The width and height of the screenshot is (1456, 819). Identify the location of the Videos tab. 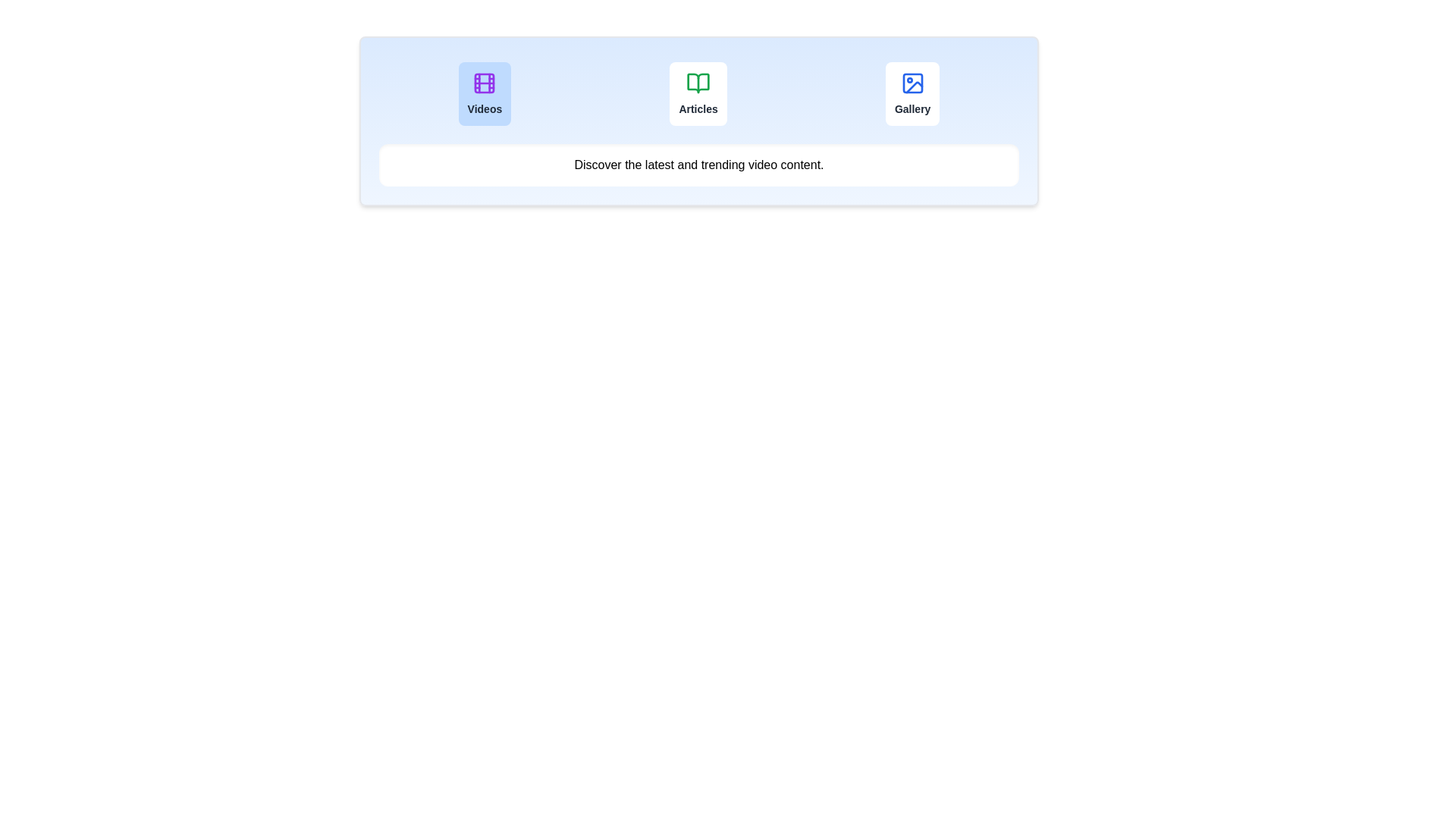
(483, 93).